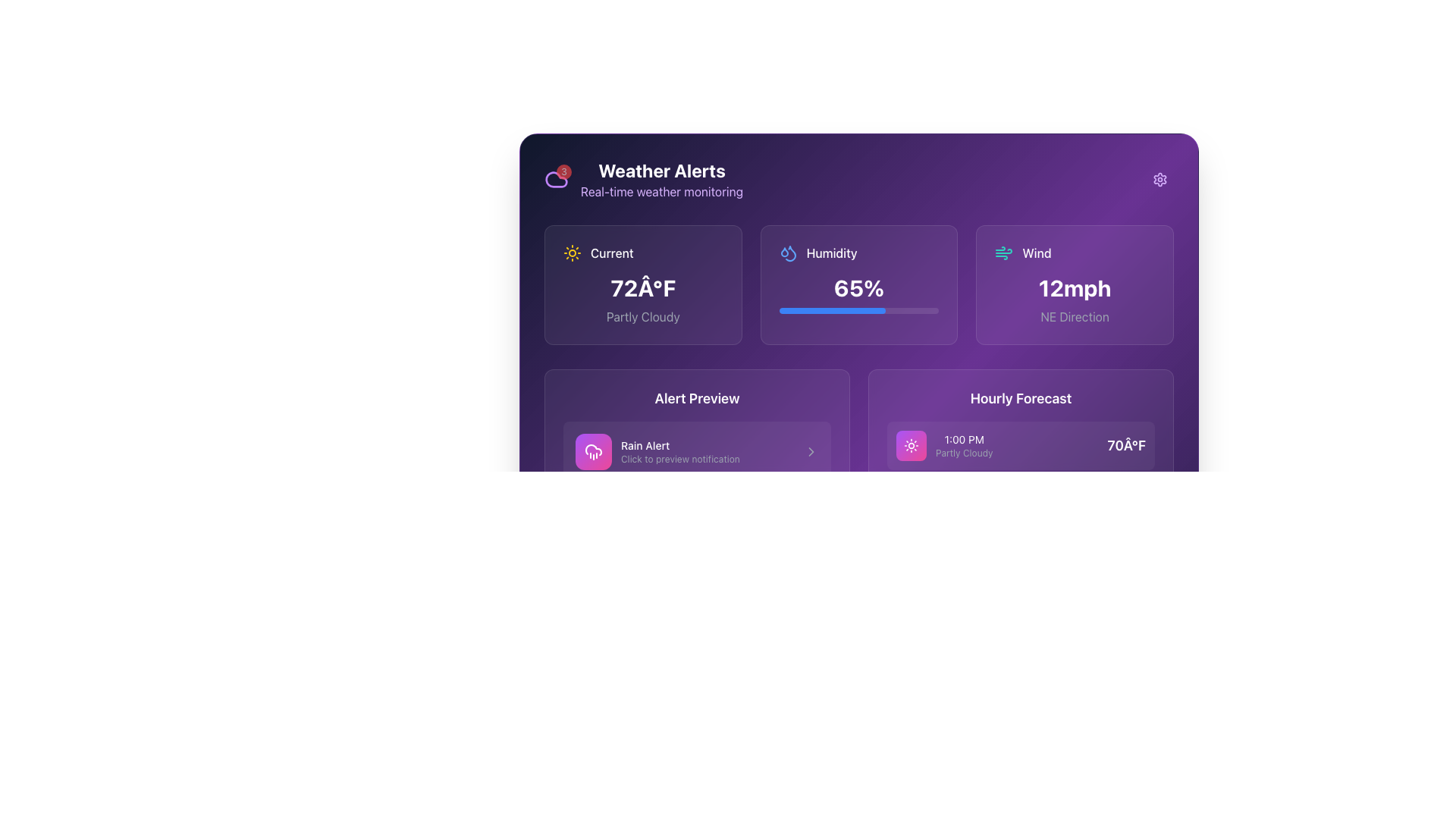 This screenshot has width=1456, height=819. What do you see at coordinates (1036, 253) in the screenshot?
I see `the text label that provides context to the wind speed and direction metric, located in the top-right corner of the weather dashboard, slightly right of the wind icon` at bounding box center [1036, 253].